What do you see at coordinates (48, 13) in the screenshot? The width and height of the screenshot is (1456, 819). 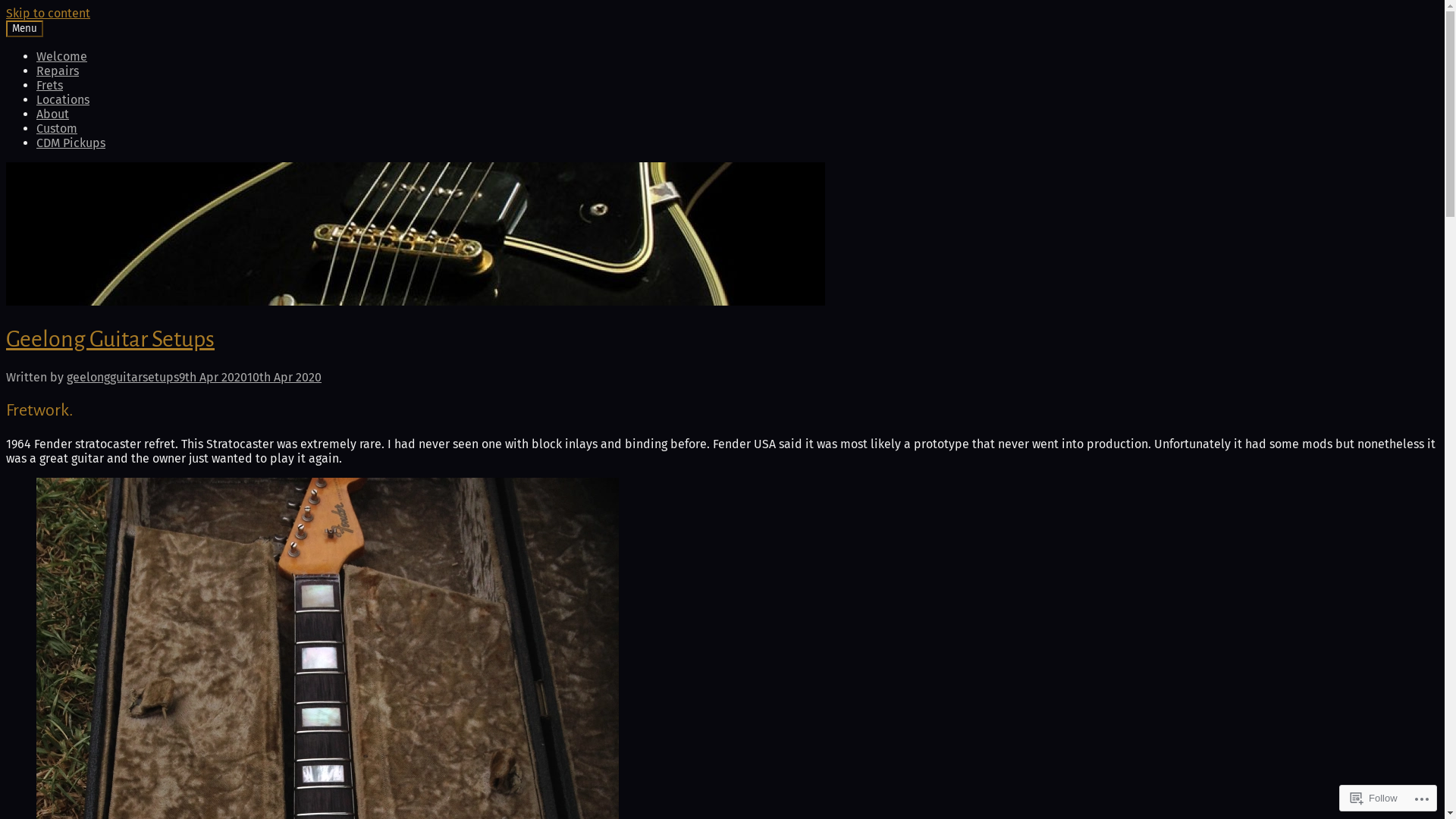 I see `'Skip to content'` at bounding box center [48, 13].